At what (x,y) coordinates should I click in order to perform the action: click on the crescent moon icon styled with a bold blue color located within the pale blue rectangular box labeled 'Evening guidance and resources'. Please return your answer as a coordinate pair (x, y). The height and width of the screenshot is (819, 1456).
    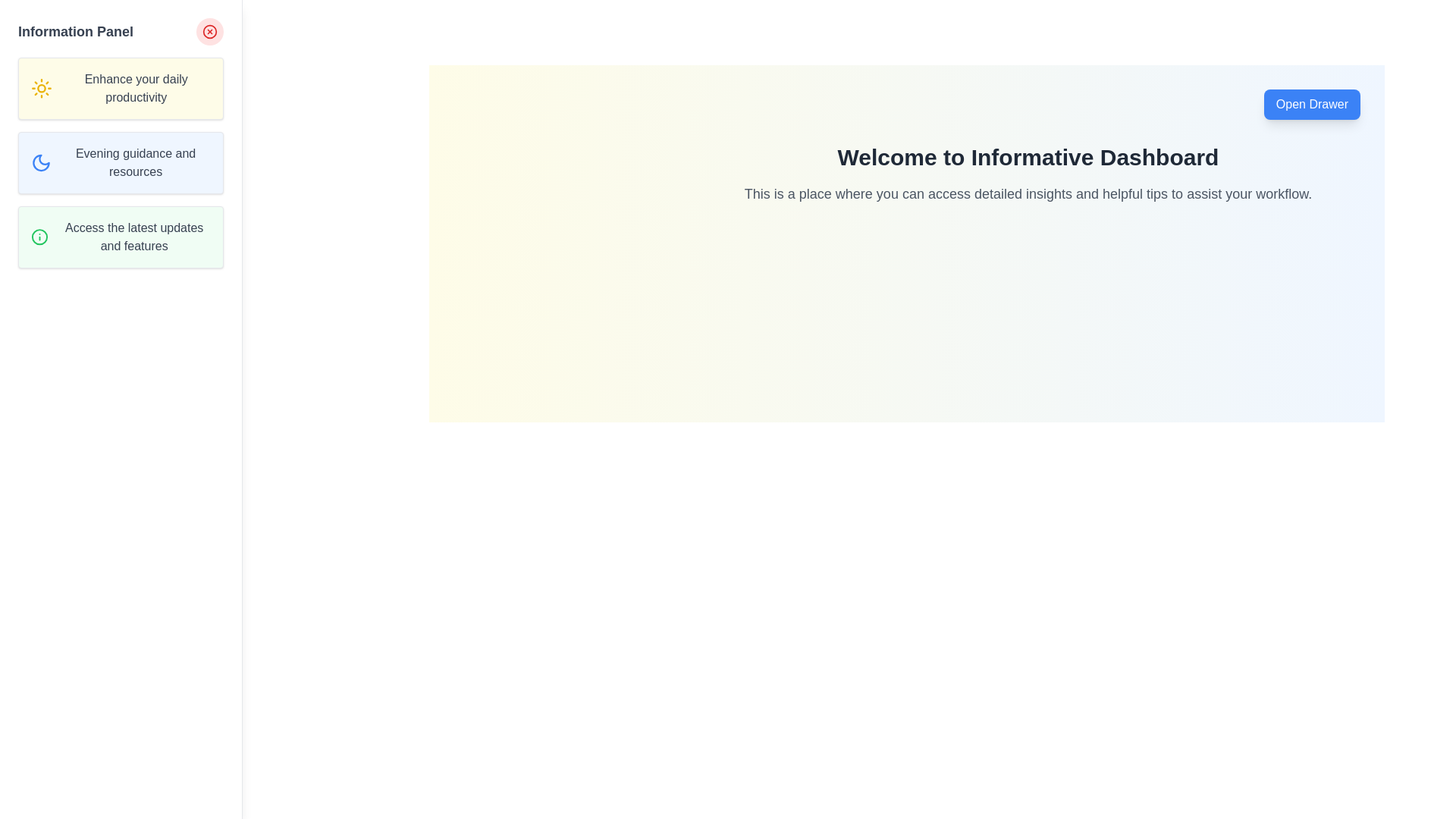
    Looking at the image, I should click on (41, 163).